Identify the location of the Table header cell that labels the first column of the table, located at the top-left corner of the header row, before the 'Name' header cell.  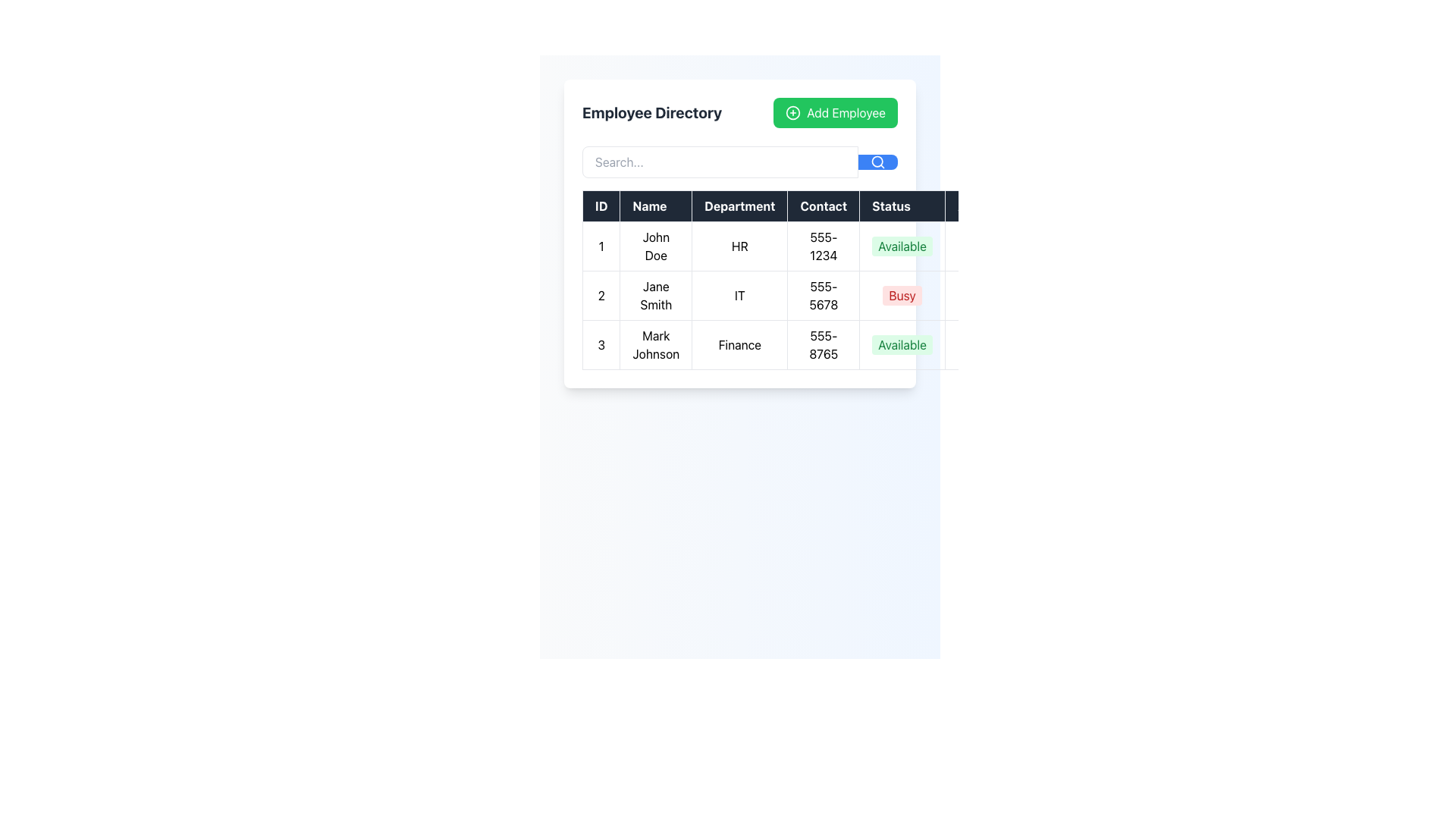
(601, 206).